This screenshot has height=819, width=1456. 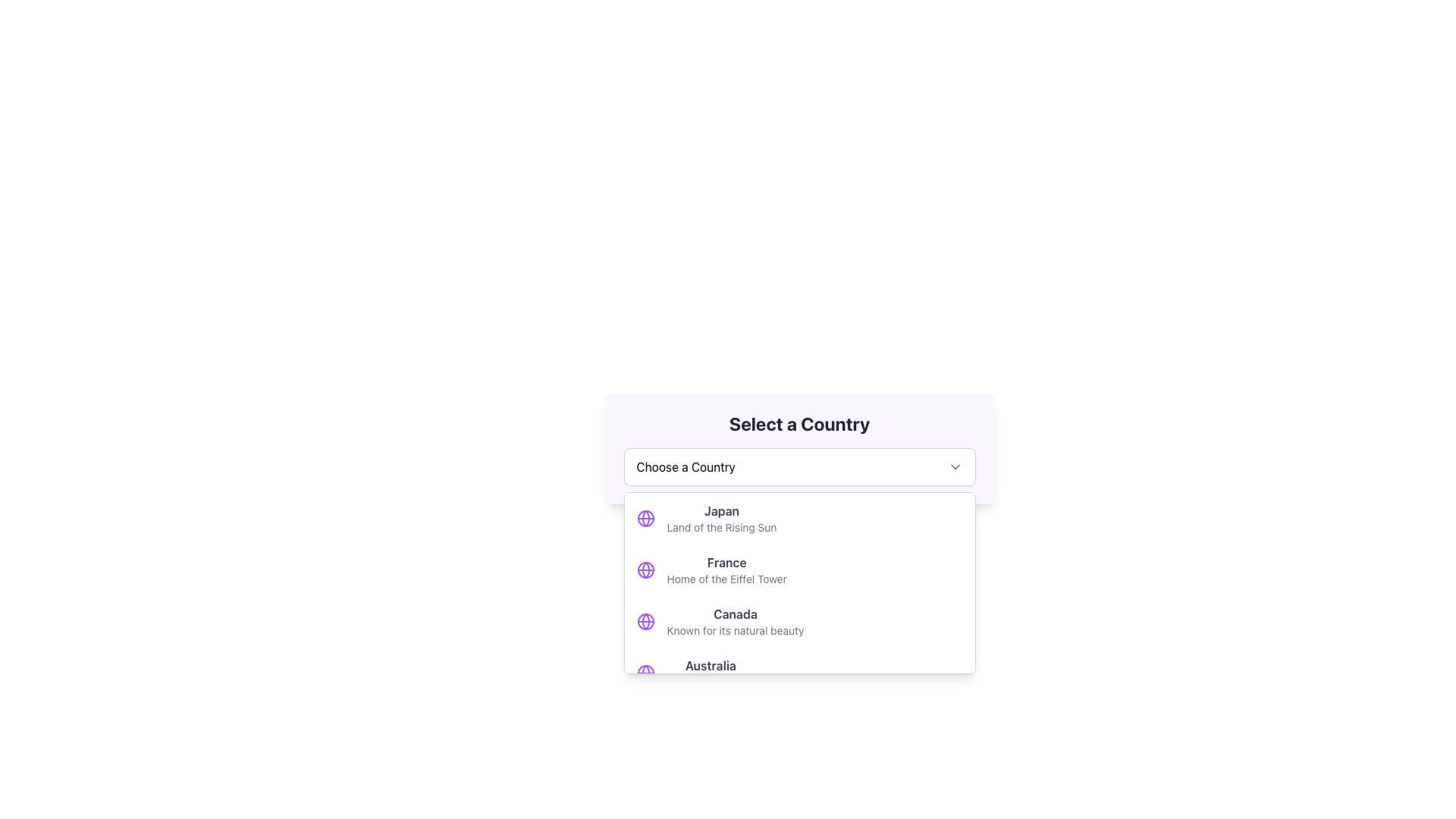 What do you see at coordinates (645, 622) in the screenshot?
I see `the circle component of the globe icon, which is located to the left of the 'Japan' dropdown item` at bounding box center [645, 622].